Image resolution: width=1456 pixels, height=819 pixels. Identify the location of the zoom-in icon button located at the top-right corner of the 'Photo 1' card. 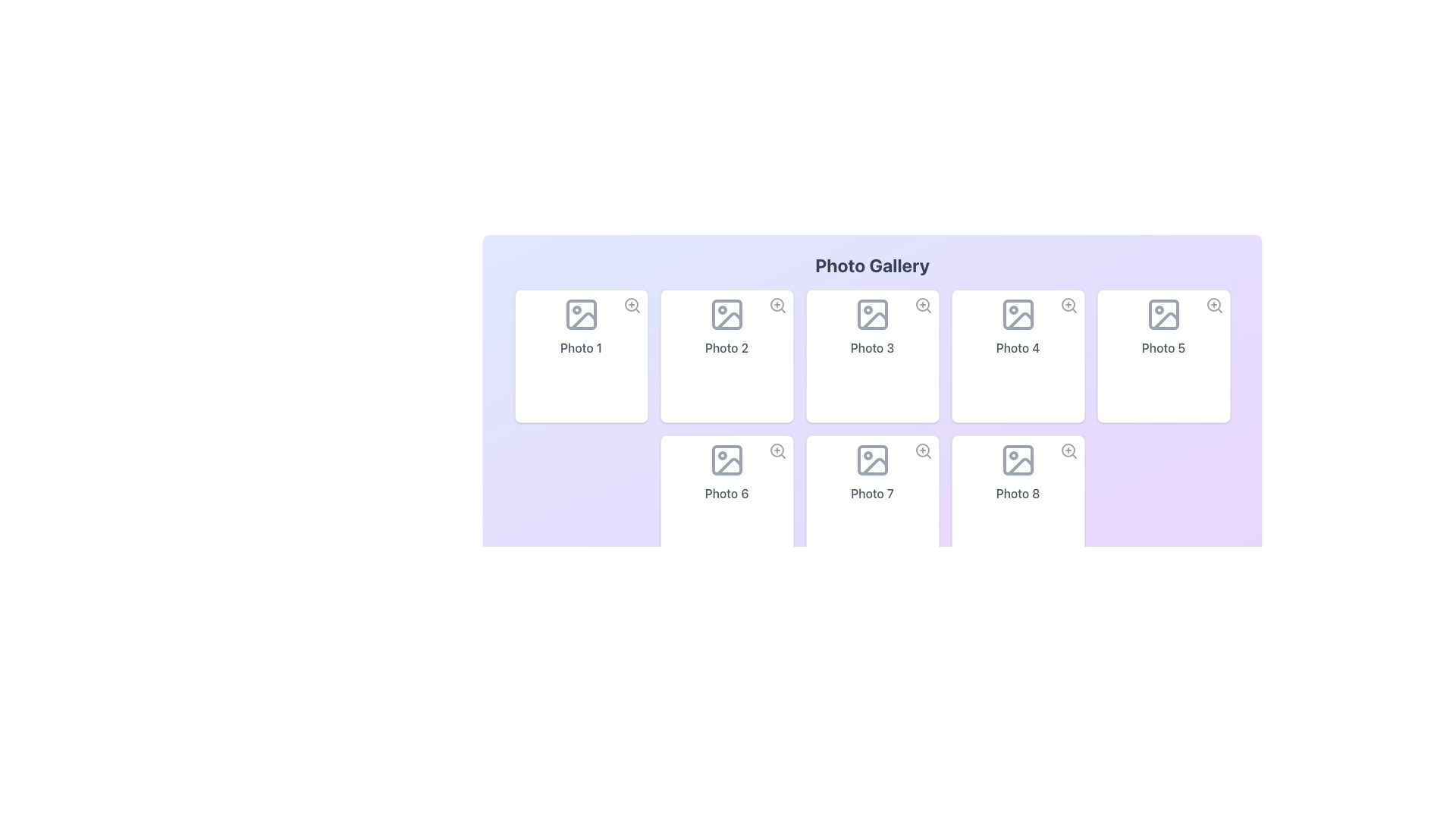
(632, 305).